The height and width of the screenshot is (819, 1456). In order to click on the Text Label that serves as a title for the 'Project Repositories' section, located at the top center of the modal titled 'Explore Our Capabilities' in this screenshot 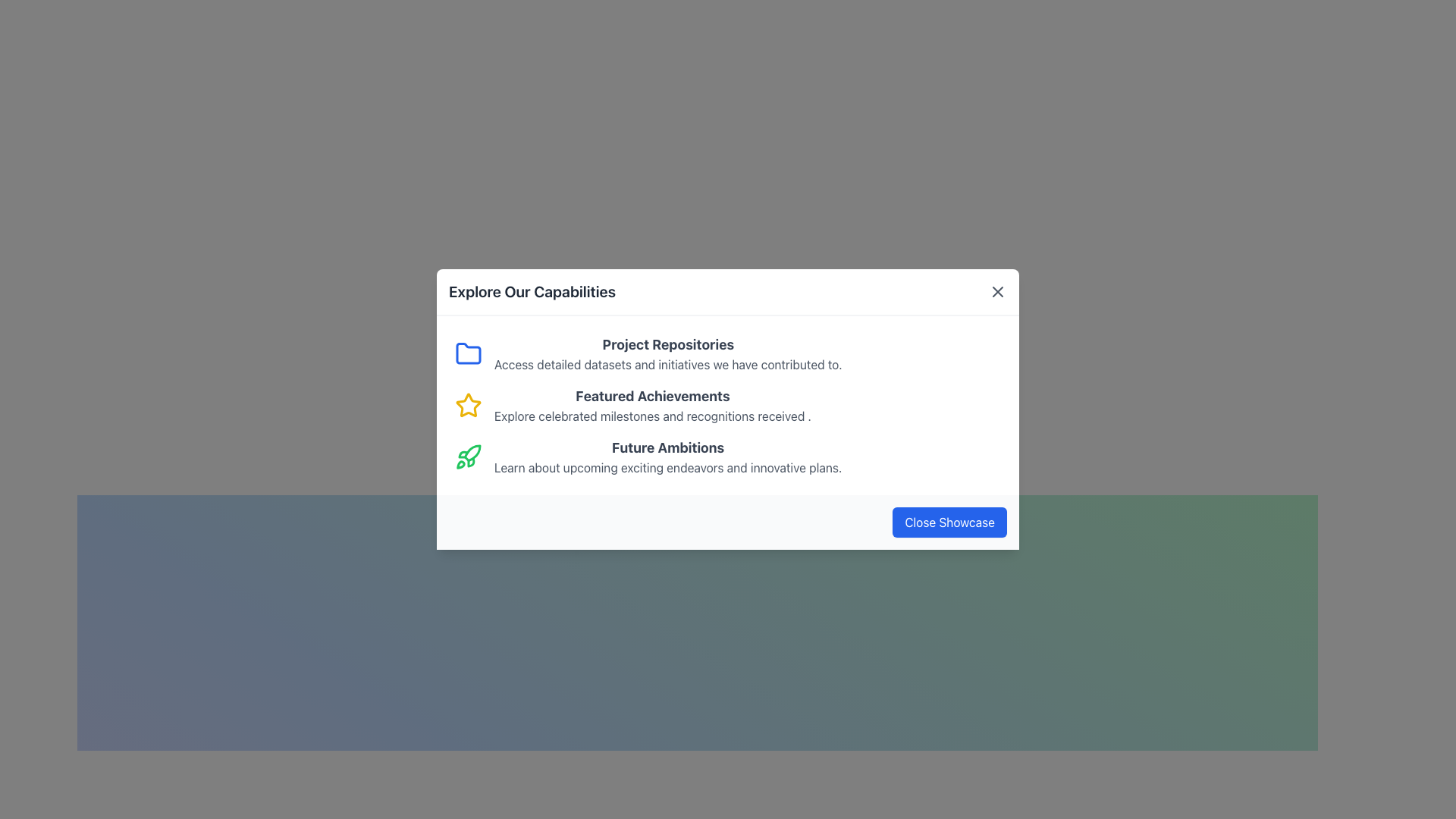, I will do `click(667, 345)`.